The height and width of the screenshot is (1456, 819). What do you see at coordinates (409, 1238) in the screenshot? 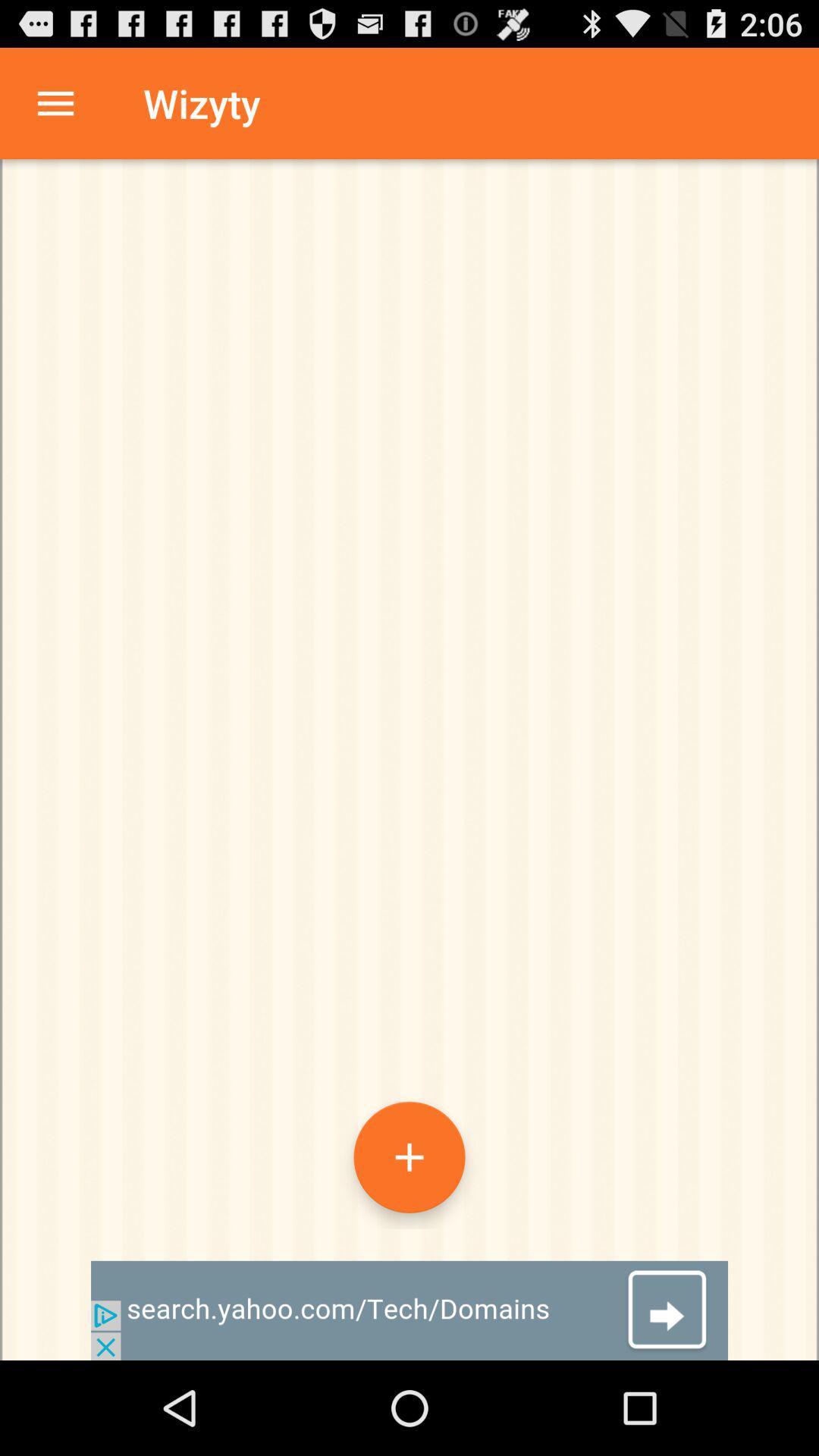
I see `the add icon` at bounding box center [409, 1238].